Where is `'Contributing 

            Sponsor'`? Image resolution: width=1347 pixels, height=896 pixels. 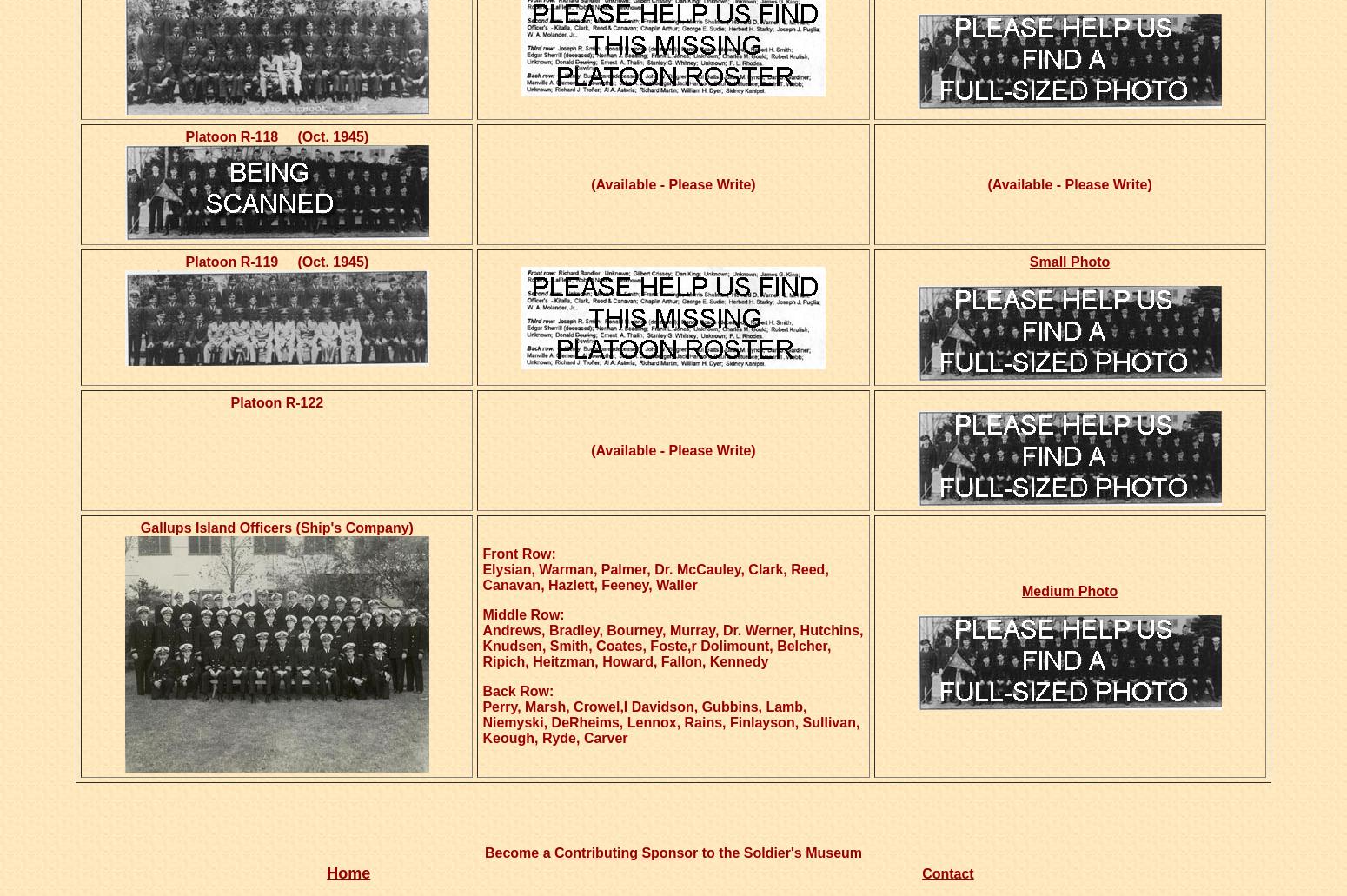
'Contributing 

            Sponsor' is located at coordinates (626, 852).